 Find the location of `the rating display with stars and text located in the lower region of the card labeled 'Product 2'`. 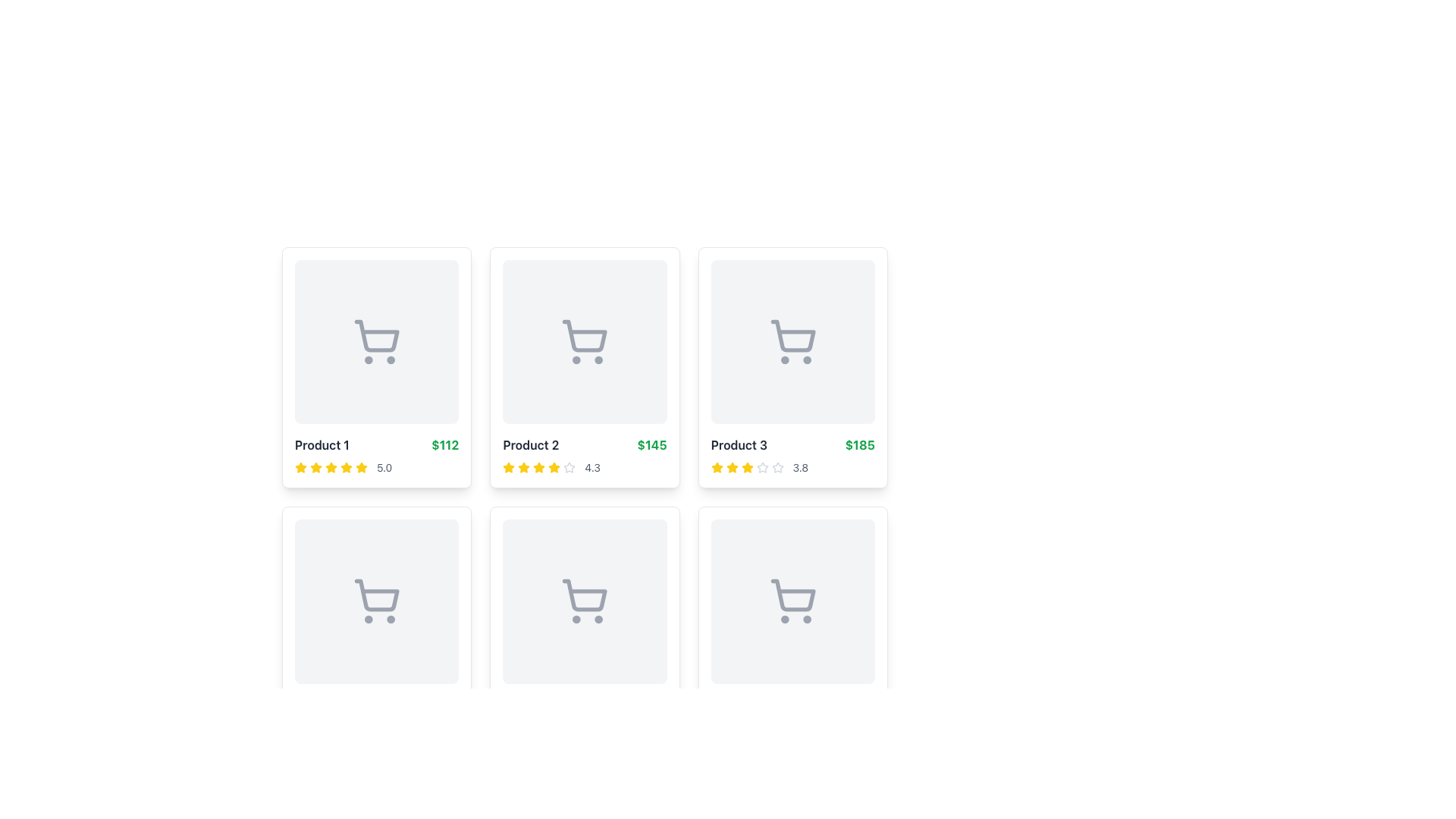

the rating display with stars and text located in the lower region of the card labeled 'Product 2' is located at coordinates (584, 467).